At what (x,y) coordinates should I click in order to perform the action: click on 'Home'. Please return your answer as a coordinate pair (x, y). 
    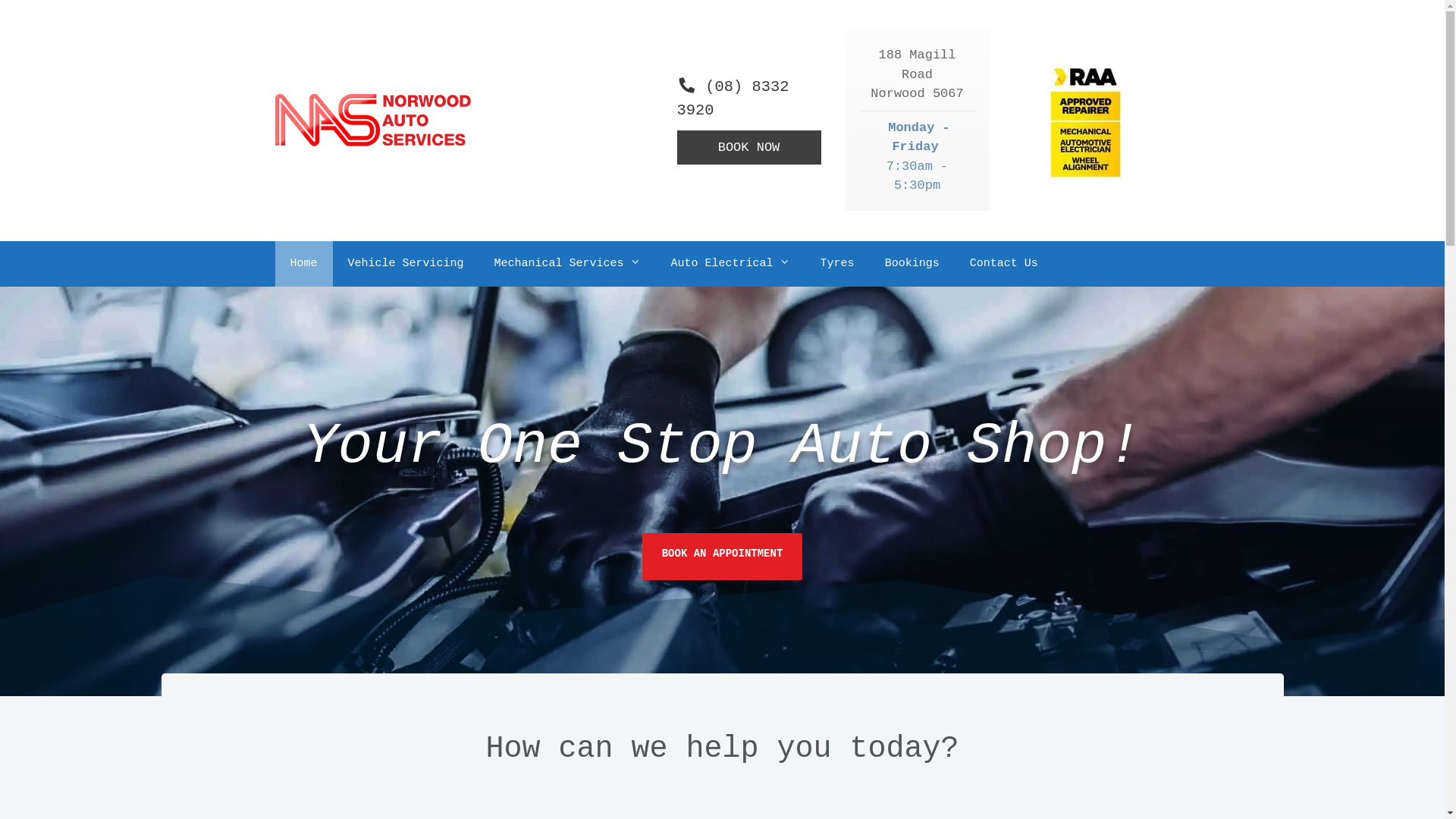
    Looking at the image, I should click on (303, 262).